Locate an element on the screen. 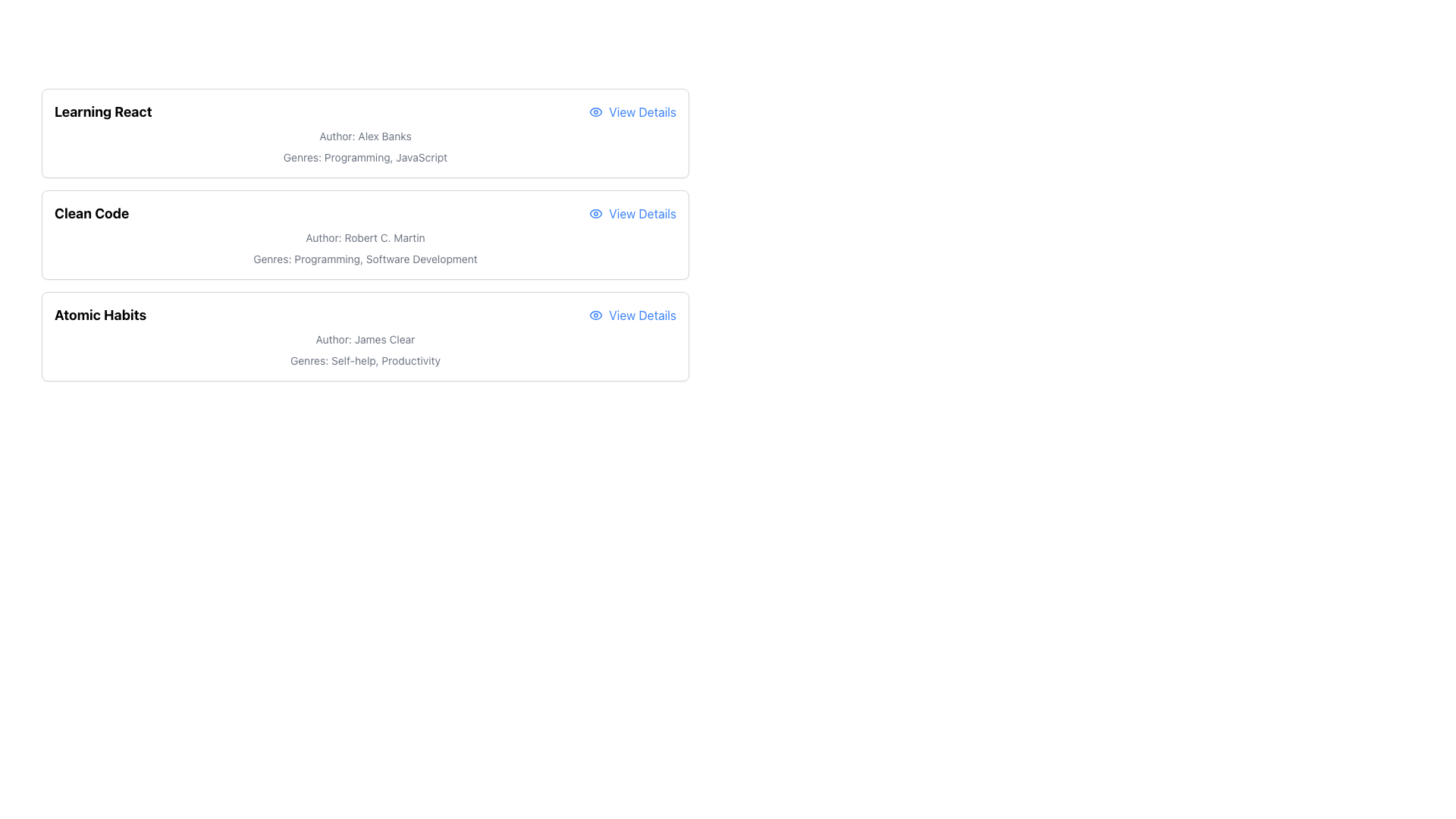  the icon that supports the 'View Details' text for the item associated with the book 'Clean Code', located at the beginning of the link is located at coordinates (595, 213).